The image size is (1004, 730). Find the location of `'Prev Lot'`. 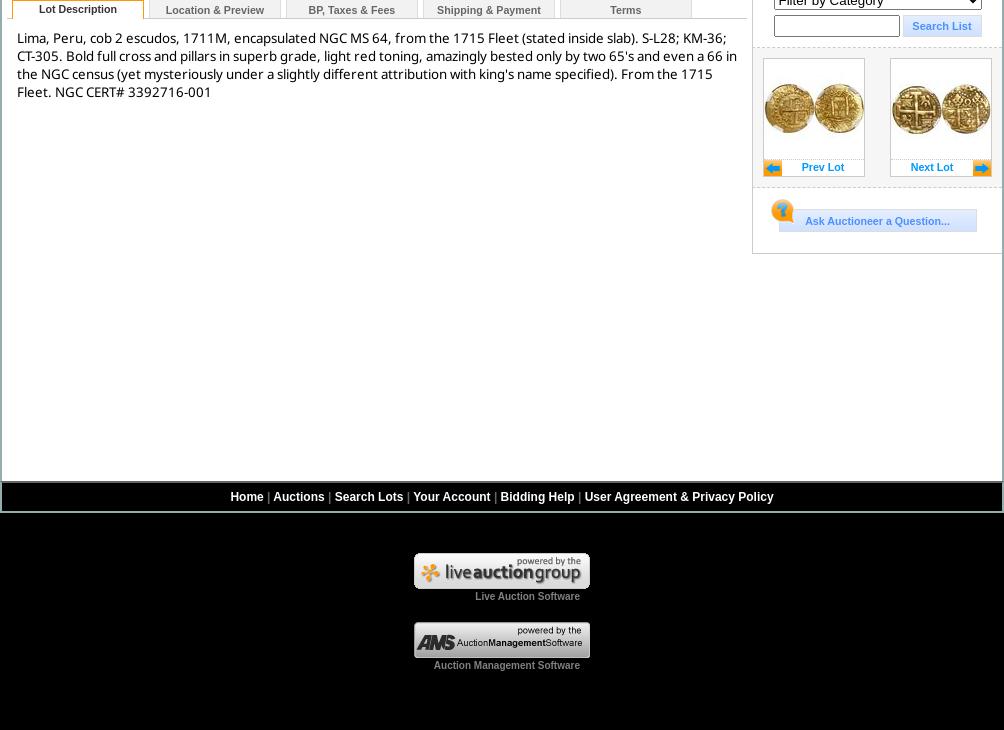

'Prev Lot' is located at coordinates (822, 166).